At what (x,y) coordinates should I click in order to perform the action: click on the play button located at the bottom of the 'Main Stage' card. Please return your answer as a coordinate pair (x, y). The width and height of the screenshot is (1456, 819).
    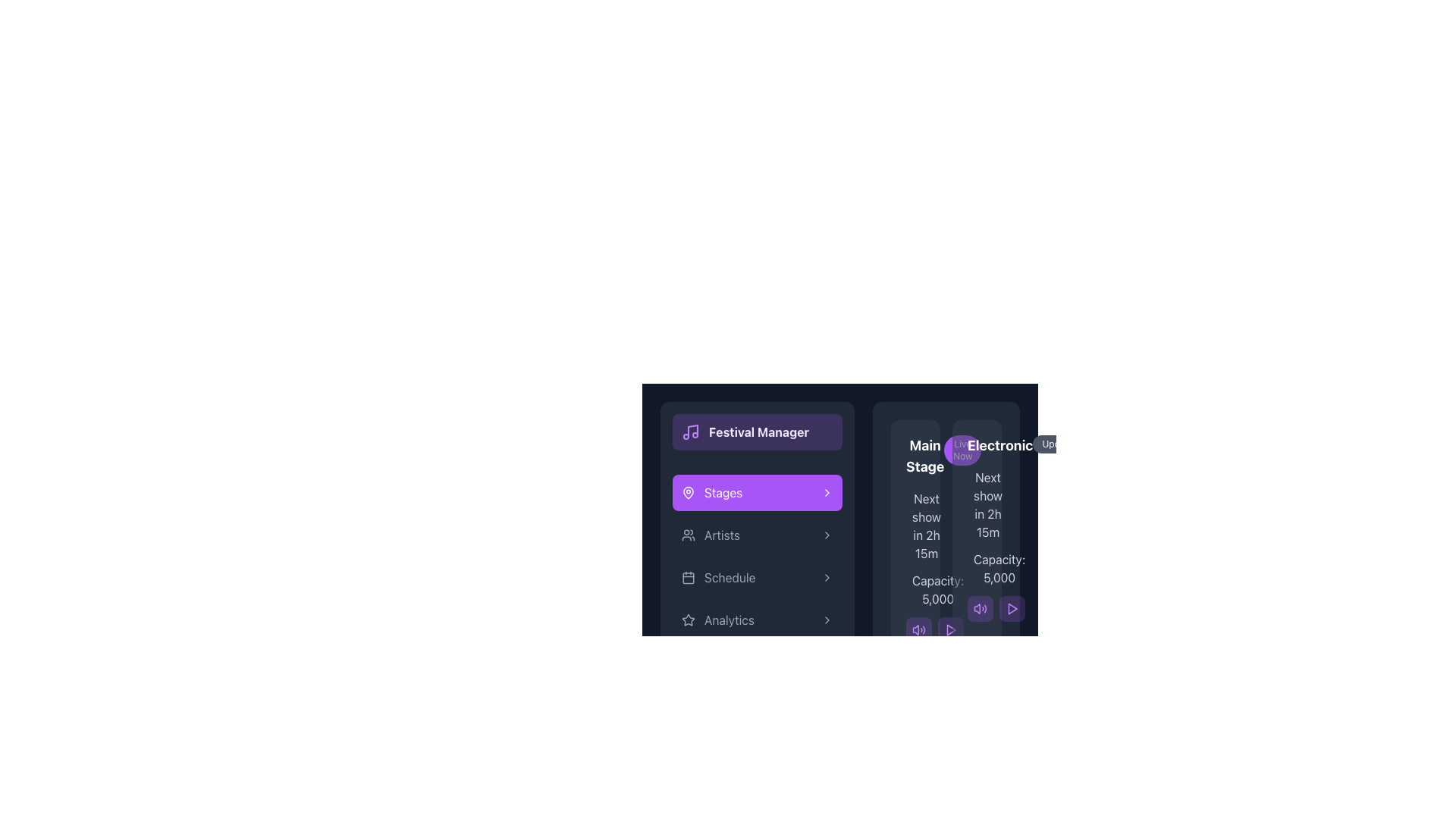
    Looking at the image, I should click on (950, 629).